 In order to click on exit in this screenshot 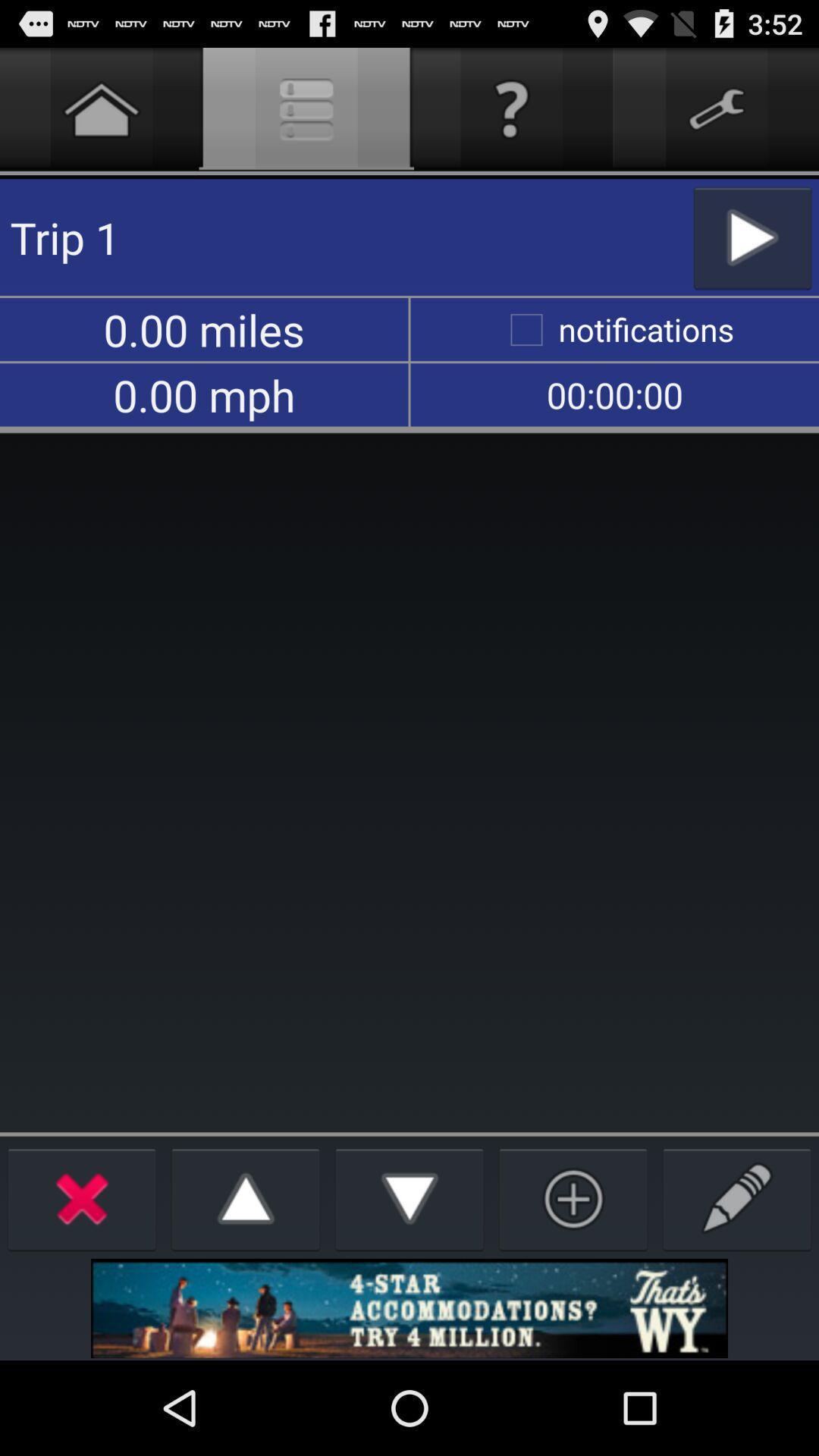, I will do `click(82, 1197)`.